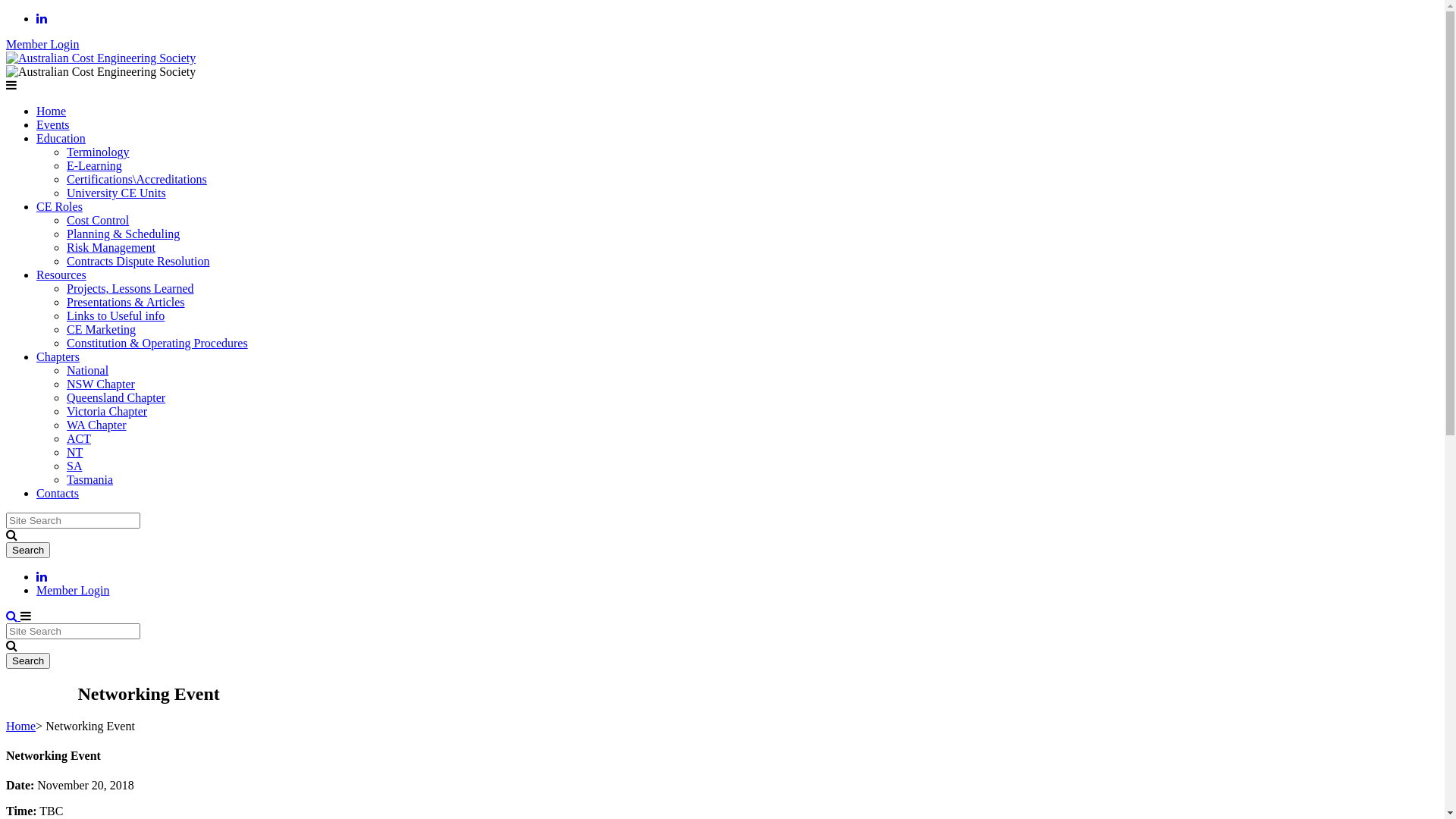 The width and height of the screenshot is (1456, 819). What do you see at coordinates (73, 465) in the screenshot?
I see `'SA'` at bounding box center [73, 465].